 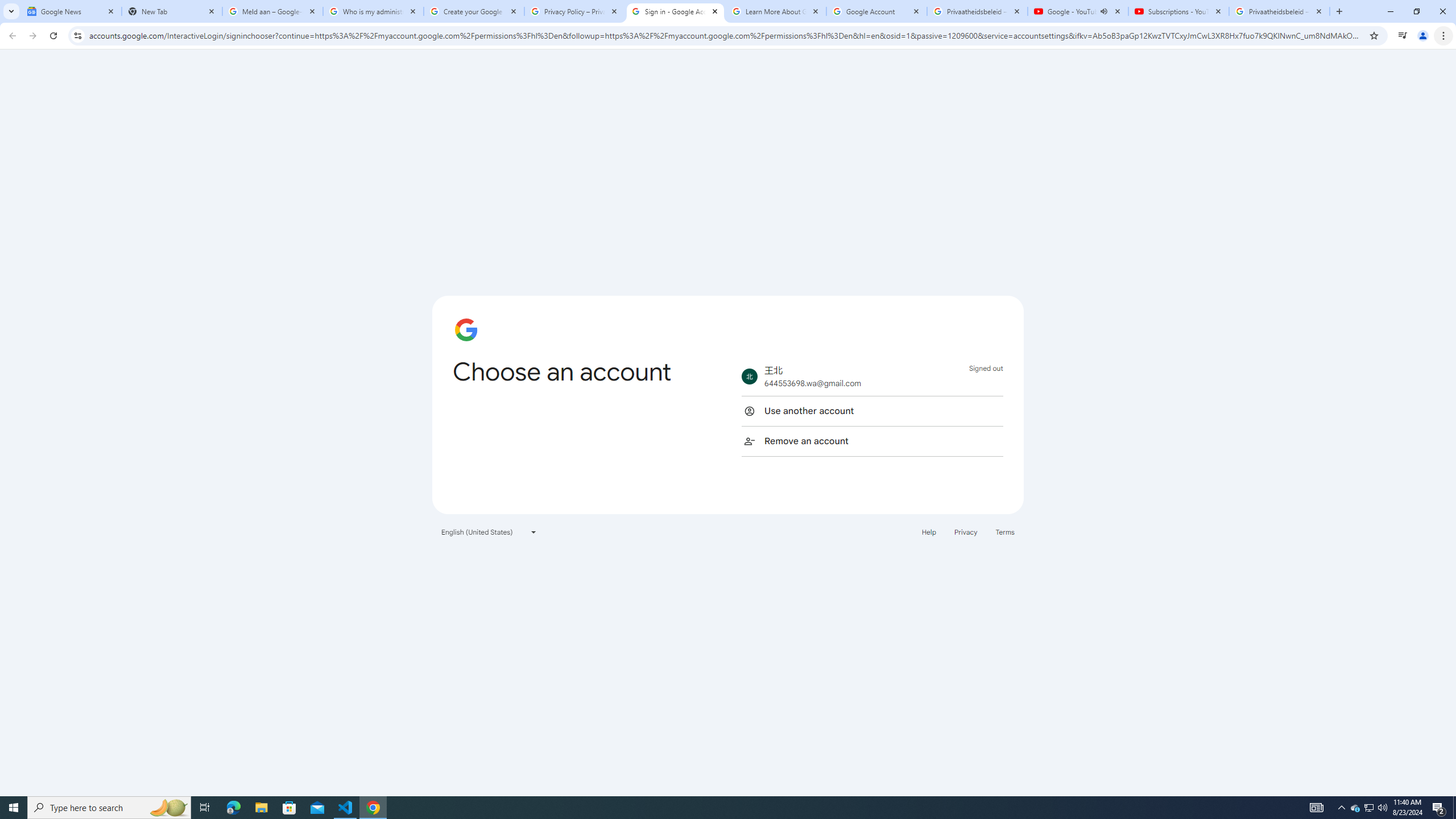 What do you see at coordinates (1178, 11) in the screenshot?
I see `'Subscriptions - YouTube'` at bounding box center [1178, 11].